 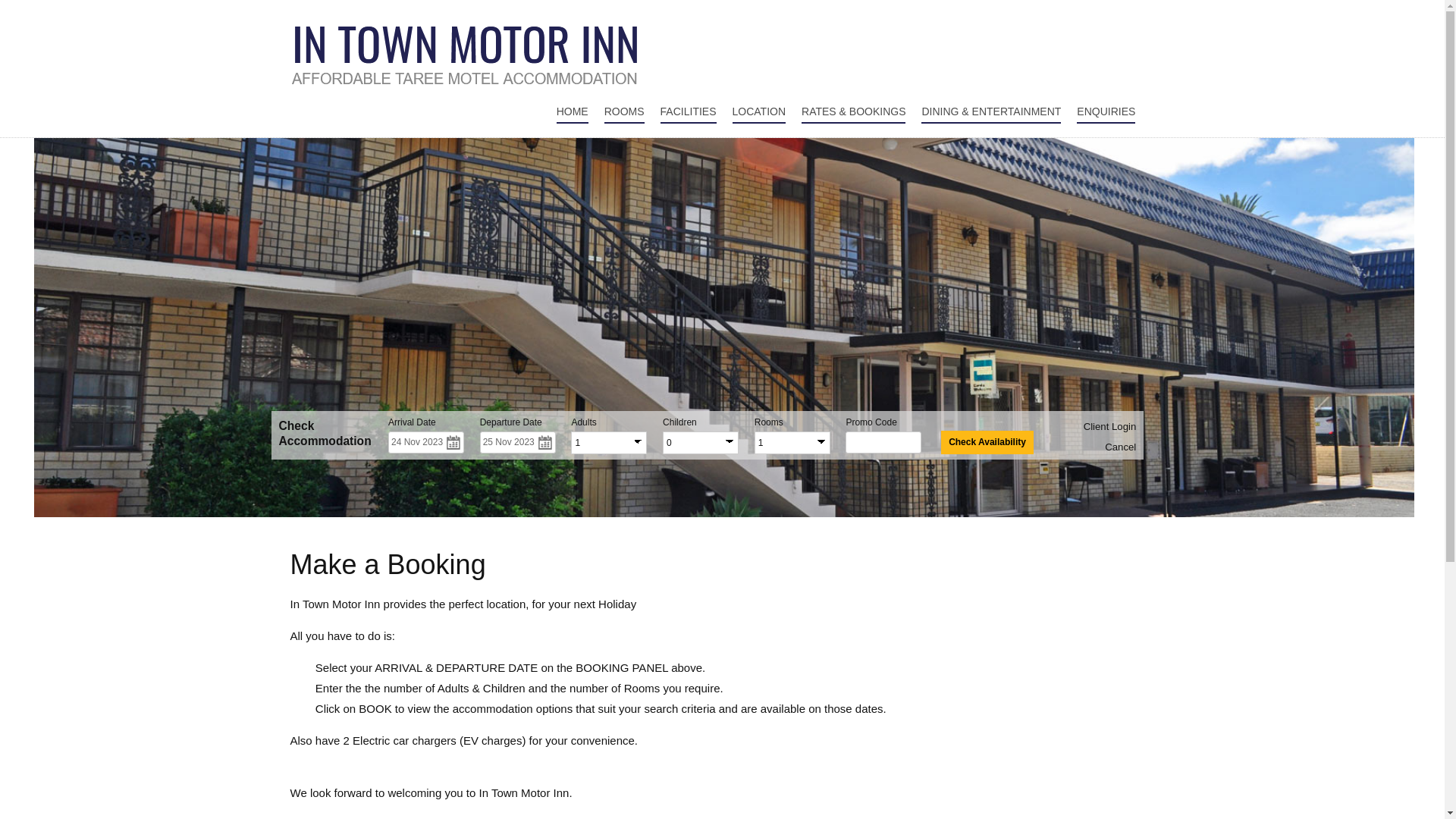 What do you see at coordinates (571, 111) in the screenshot?
I see `'HOME'` at bounding box center [571, 111].